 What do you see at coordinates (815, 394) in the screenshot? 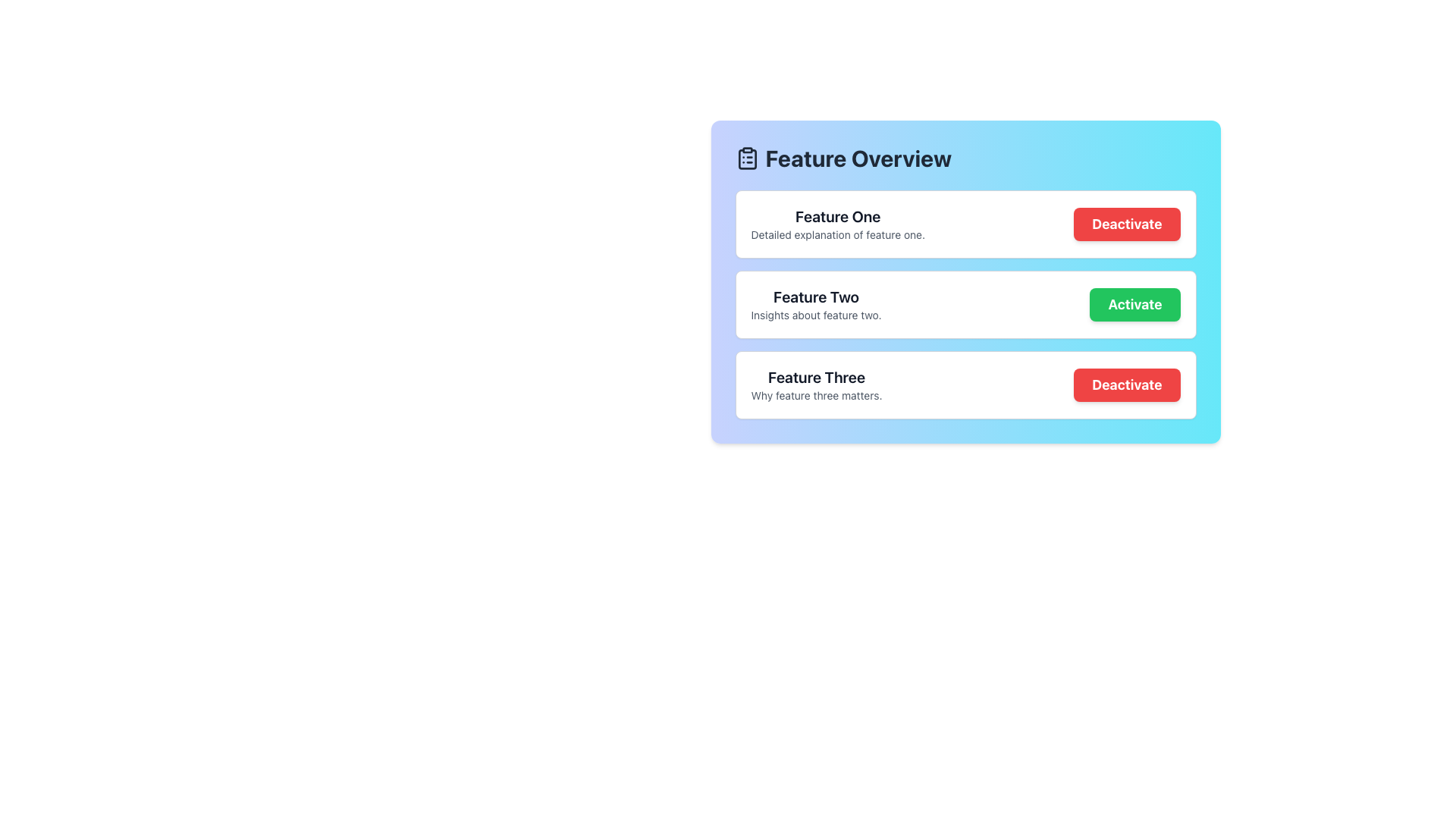
I see `the text label that reads 'Why feature three matters.' which is positioned directly beneath the header 'Feature Three'` at bounding box center [815, 394].